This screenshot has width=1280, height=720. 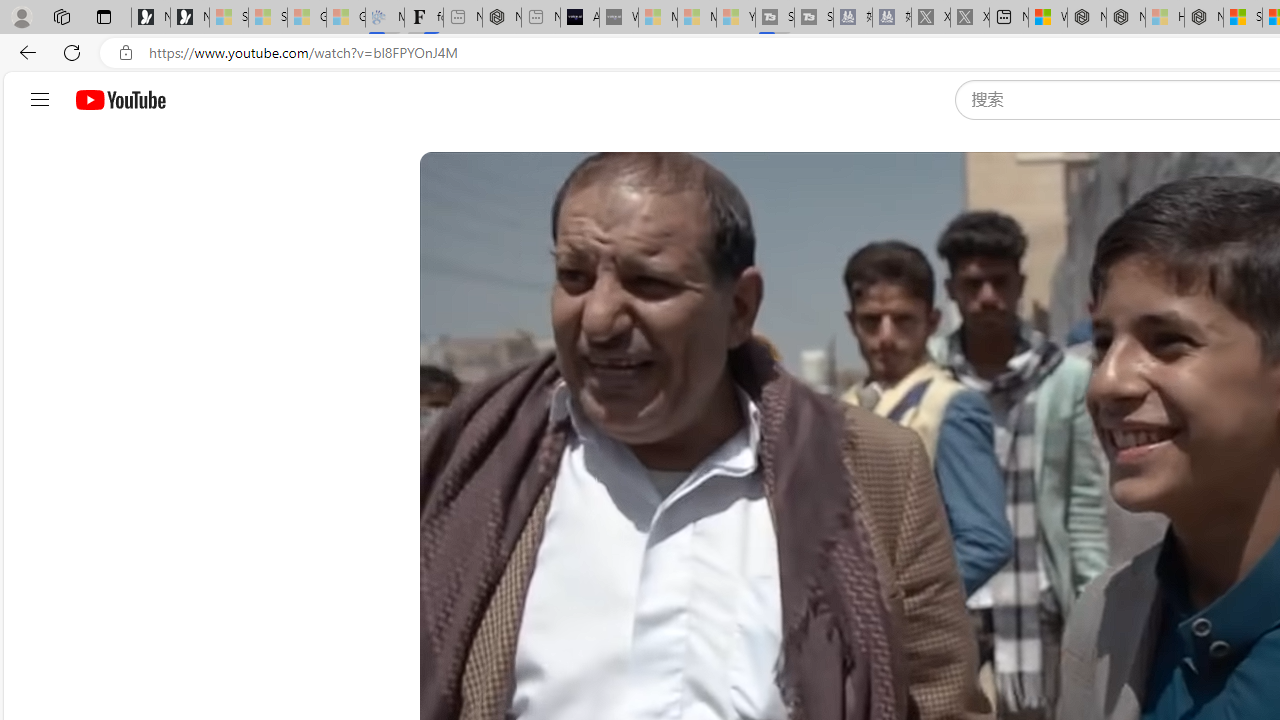 I want to click on 'AI Voice Changer for PC and Mac - Voice.ai', so click(x=578, y=17).